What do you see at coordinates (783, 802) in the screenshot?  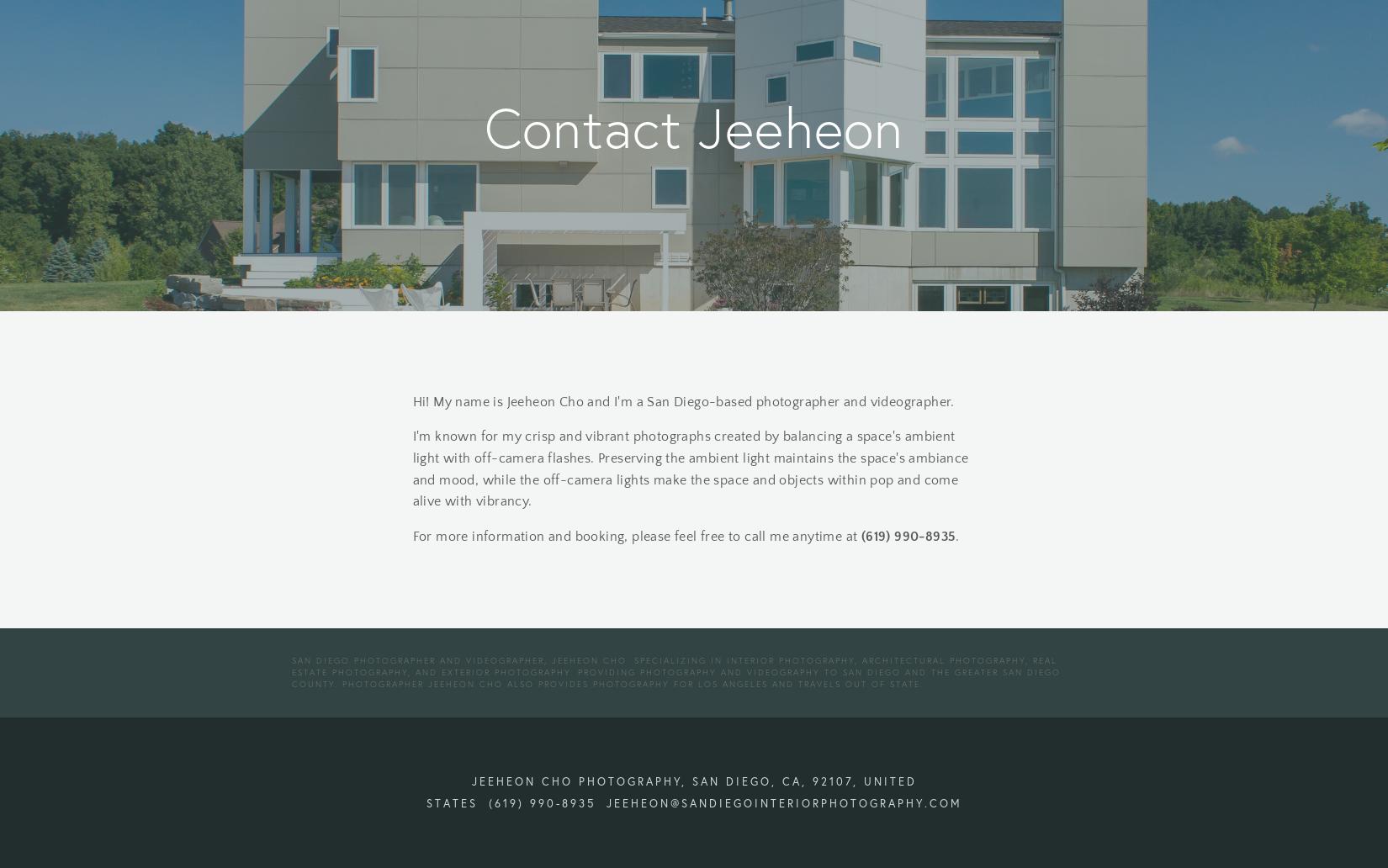 I see `'jeeheon@sandiegointeriorphotography.com'` at bounding box center [783, 802].